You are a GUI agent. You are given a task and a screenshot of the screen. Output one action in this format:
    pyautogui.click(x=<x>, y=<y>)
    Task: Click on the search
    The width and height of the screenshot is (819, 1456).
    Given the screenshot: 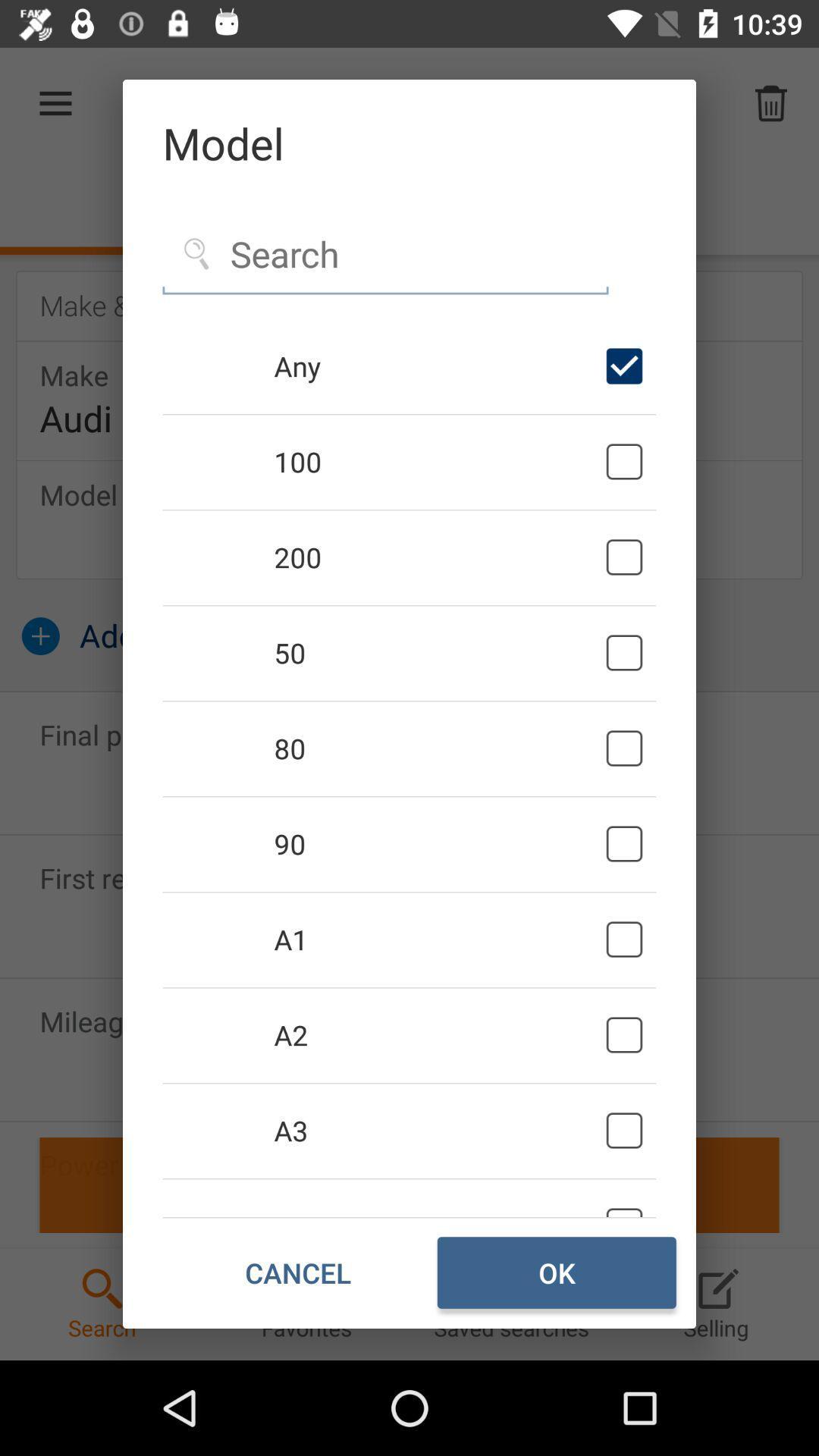 What is the action you would take?
    pyautogui.click(x=384, y=255)
    